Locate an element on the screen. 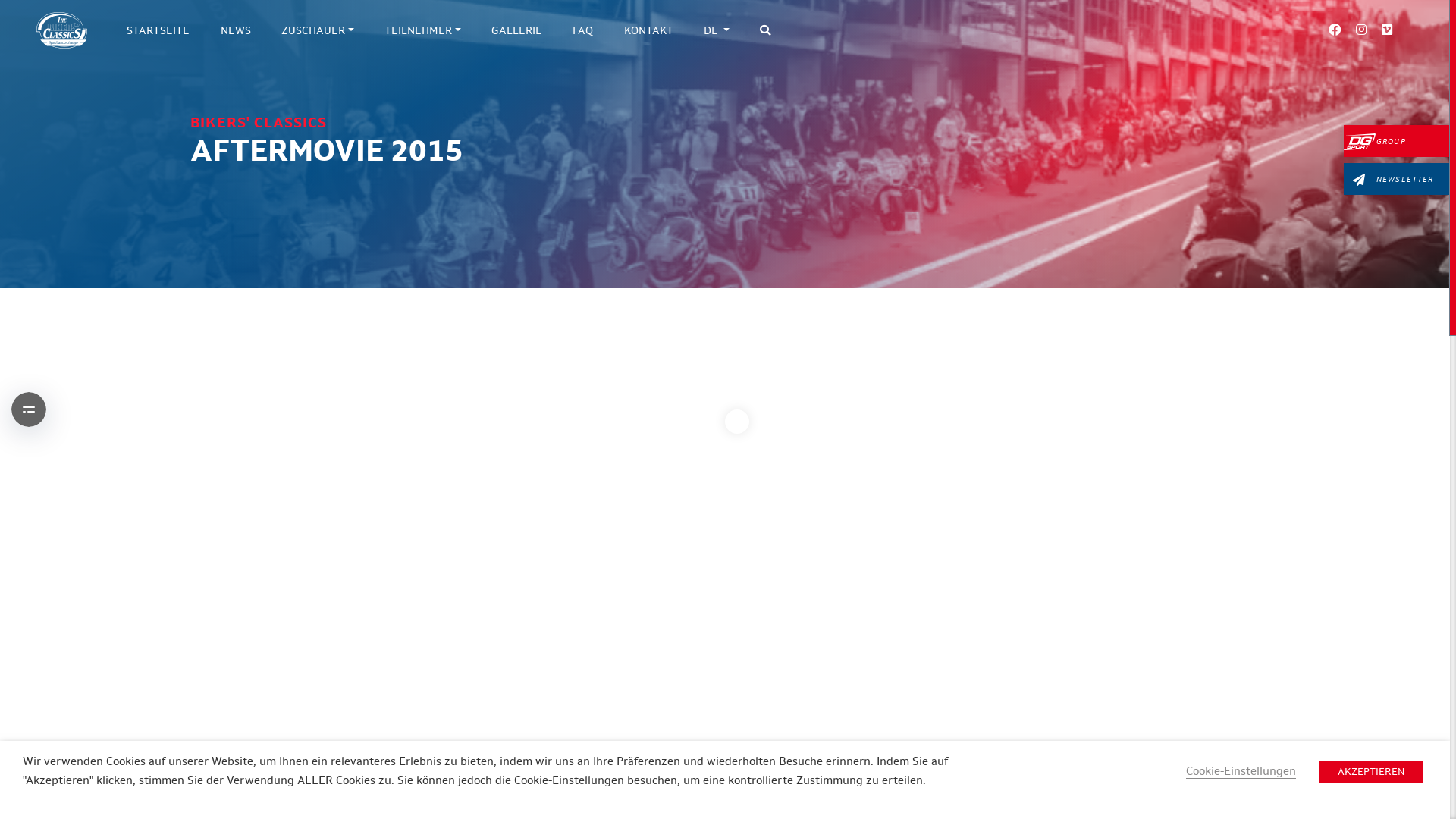  'AKZEPTIEREN' is located at coordinates (1371, 771).